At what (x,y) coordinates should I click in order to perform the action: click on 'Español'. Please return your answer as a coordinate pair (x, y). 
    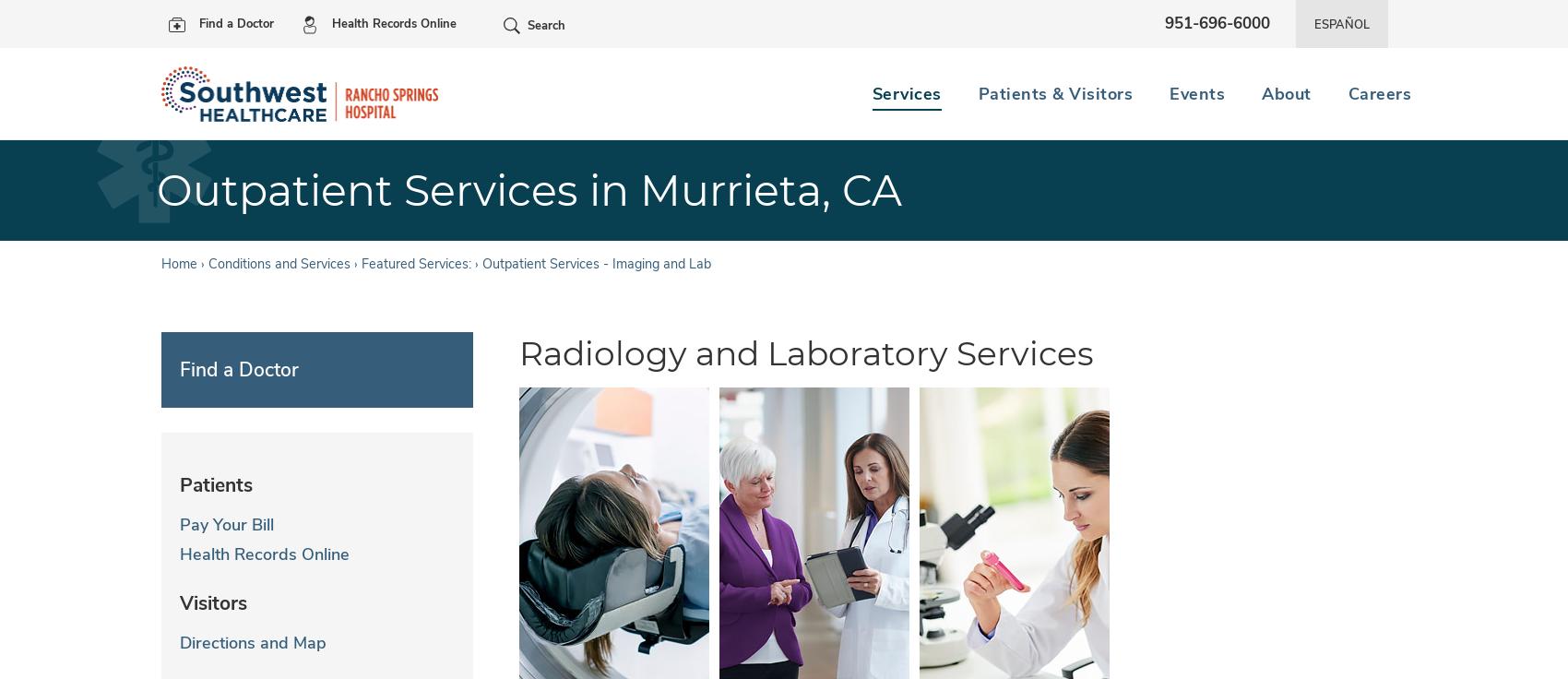
    Looking at the image, I should click on (1341, 22).